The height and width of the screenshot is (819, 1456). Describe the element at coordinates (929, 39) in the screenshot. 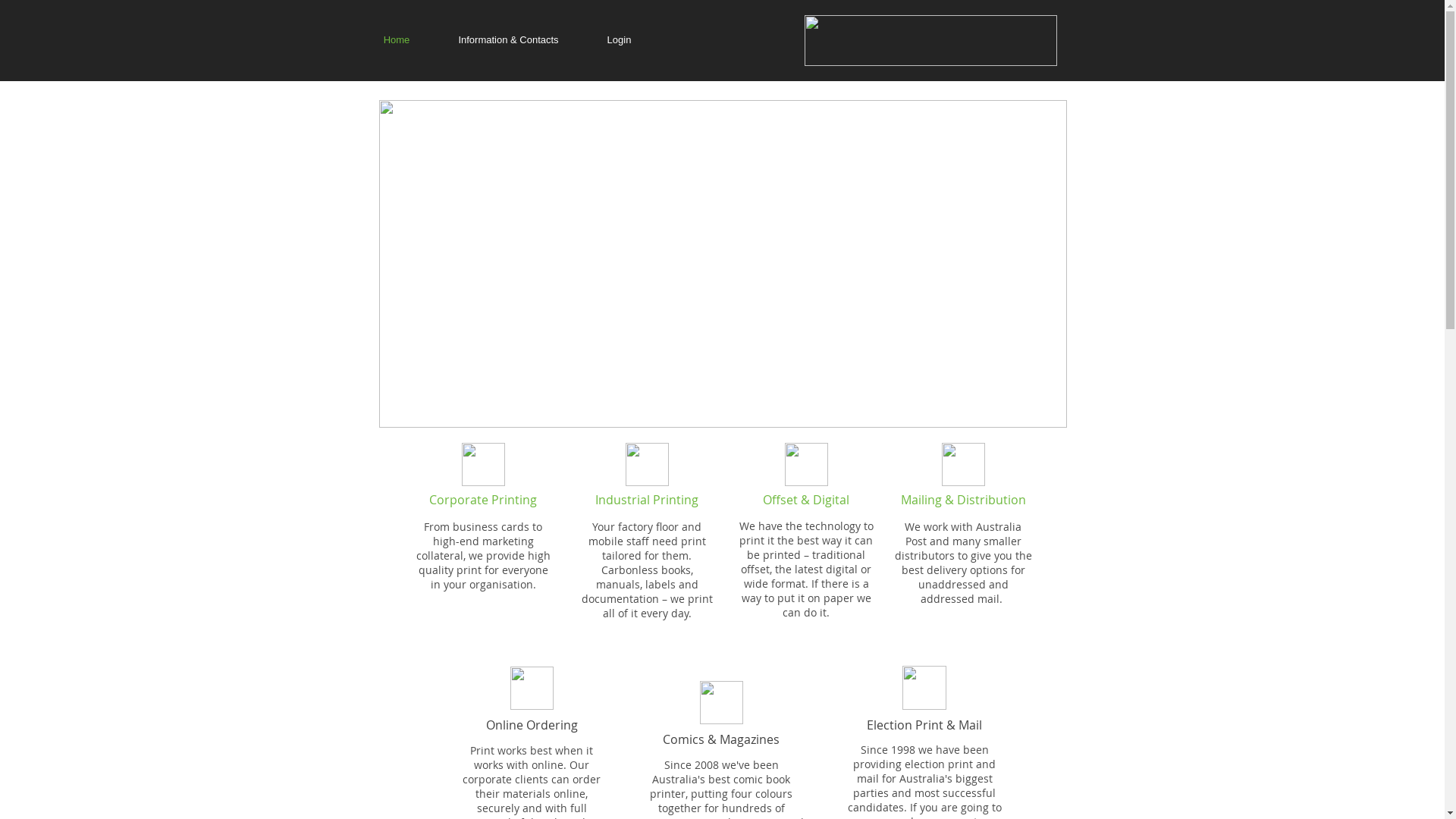

I see `'JPS-LOGO-2015-1.png'` at that location.